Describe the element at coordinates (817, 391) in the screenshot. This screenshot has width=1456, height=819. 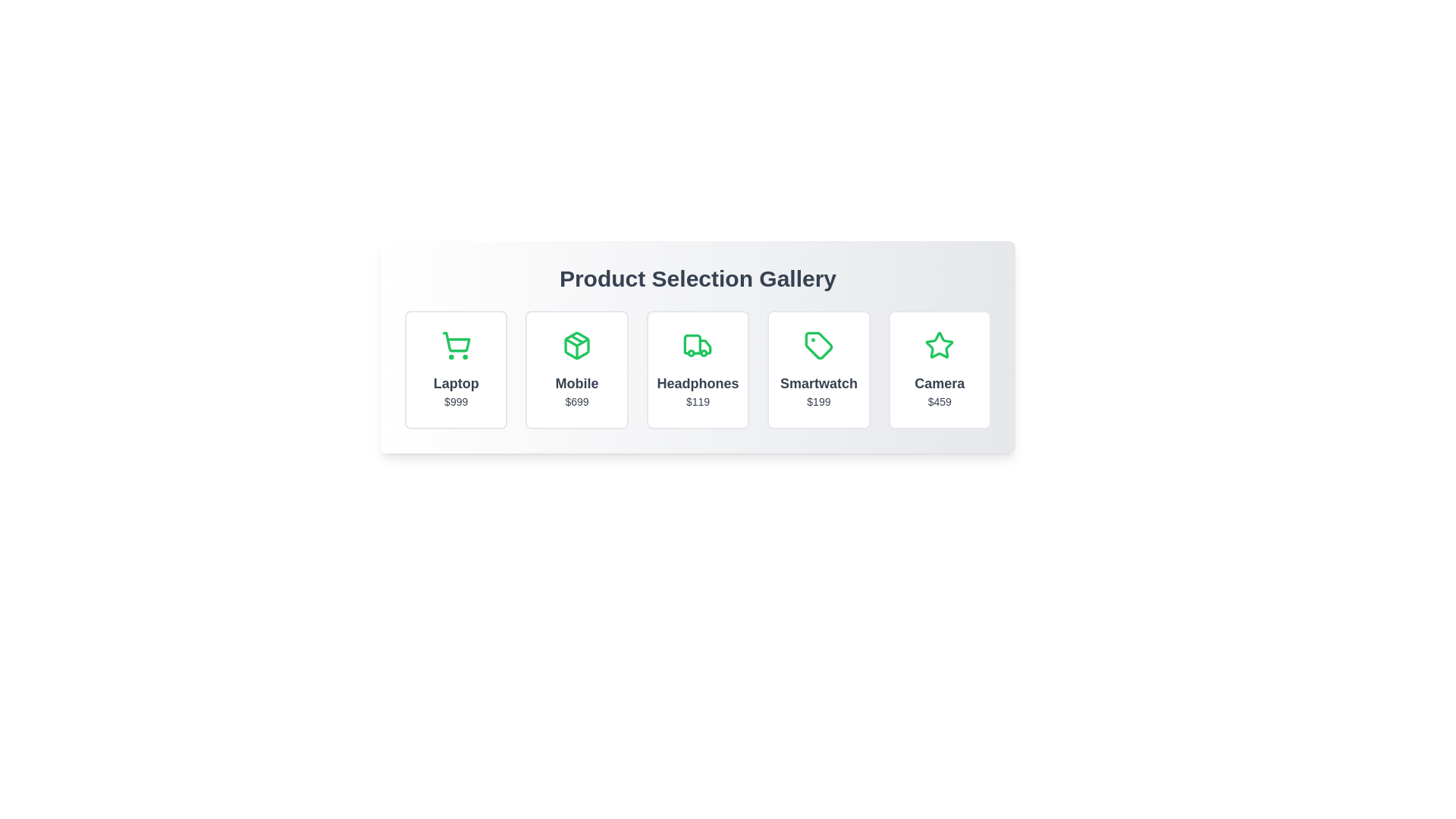
I see `text from the product name and price label located in the fourth position of the product cards gallery, which displays 'Smartwatch' and '$199'` at that location.